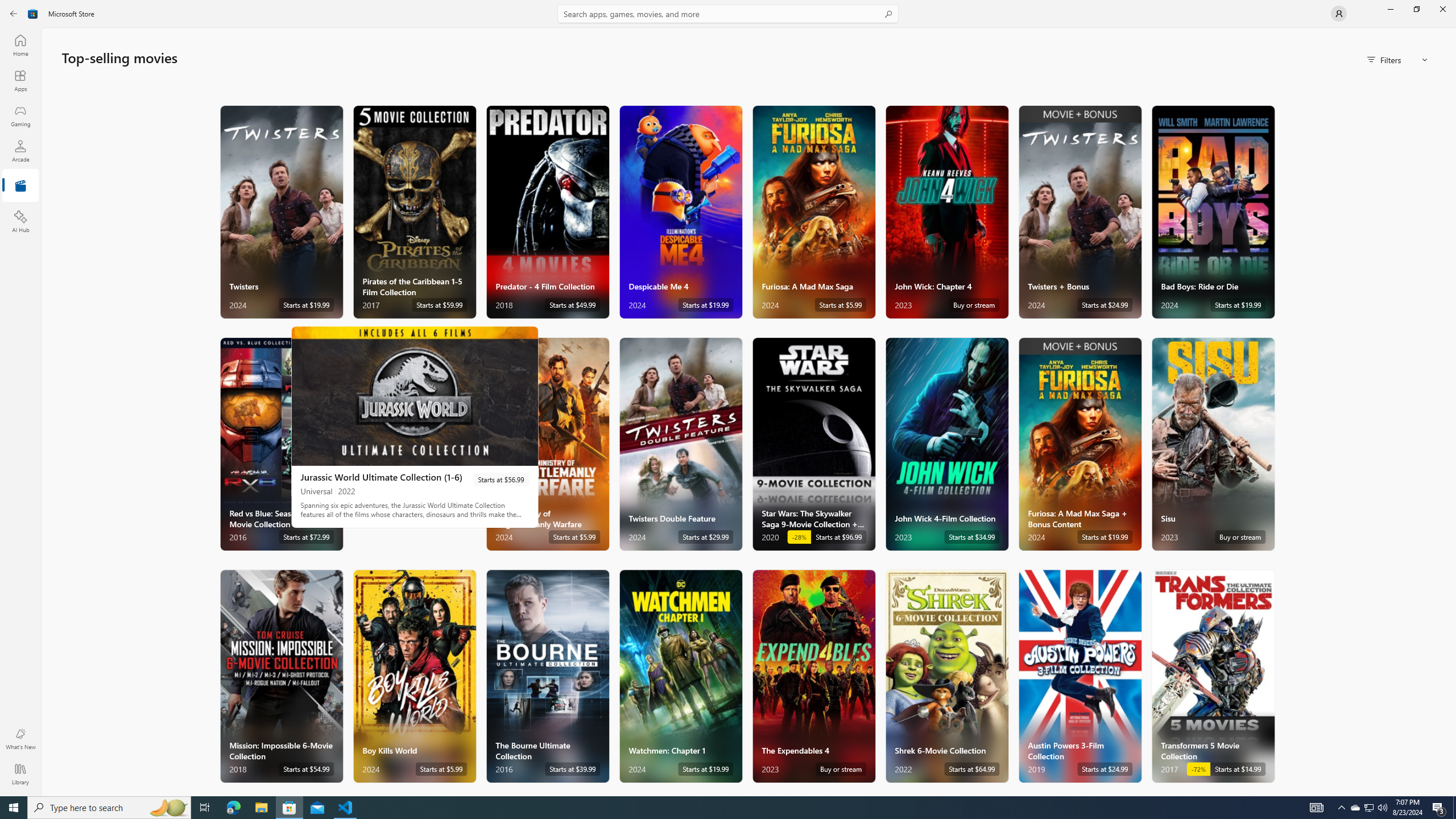  I want to click on 'Boy Kills World. Starts at $5.99  ', so click(413, 675).